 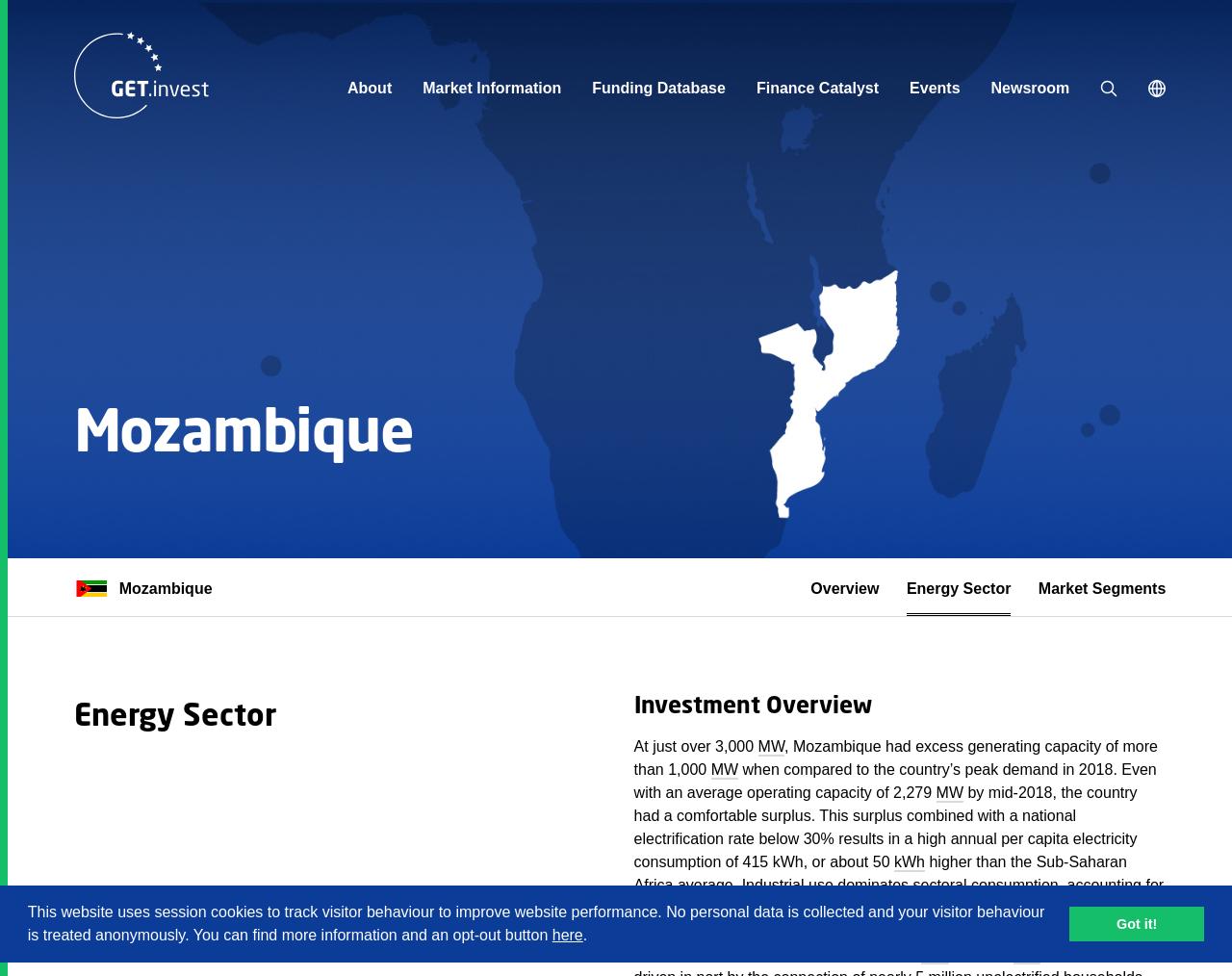 What do you see at coordinates (535, 923) in the screenshot?
I see `'This website uses session cookies to track visitor behaviour to improve website performance. No personal data is collected and your visitor behaviour is treated anonymously. You can find more information and an opt-out button'` at bounding box center [535, 923].